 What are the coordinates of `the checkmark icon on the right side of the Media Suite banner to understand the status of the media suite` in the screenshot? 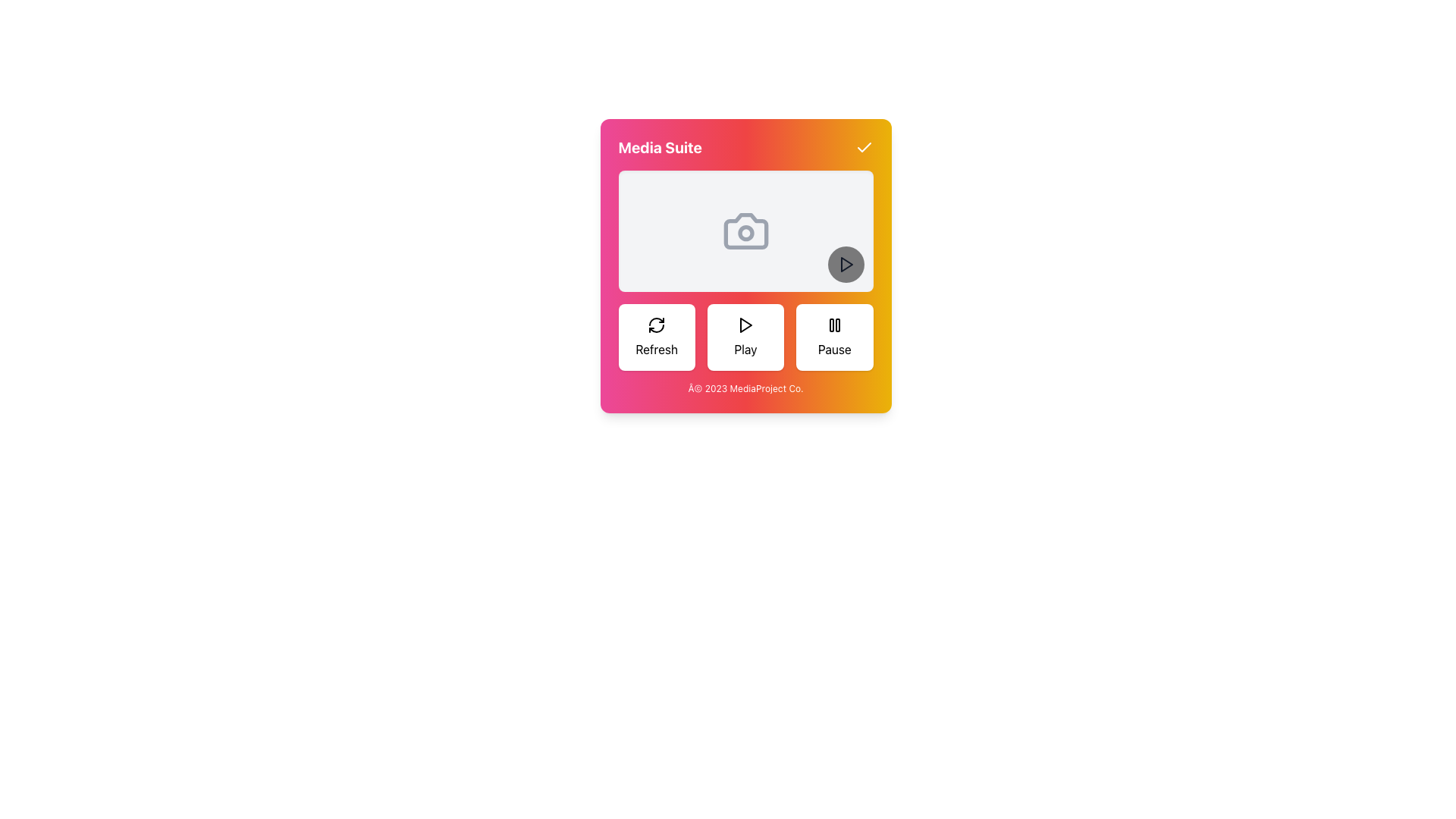 It's located at (745, 148).